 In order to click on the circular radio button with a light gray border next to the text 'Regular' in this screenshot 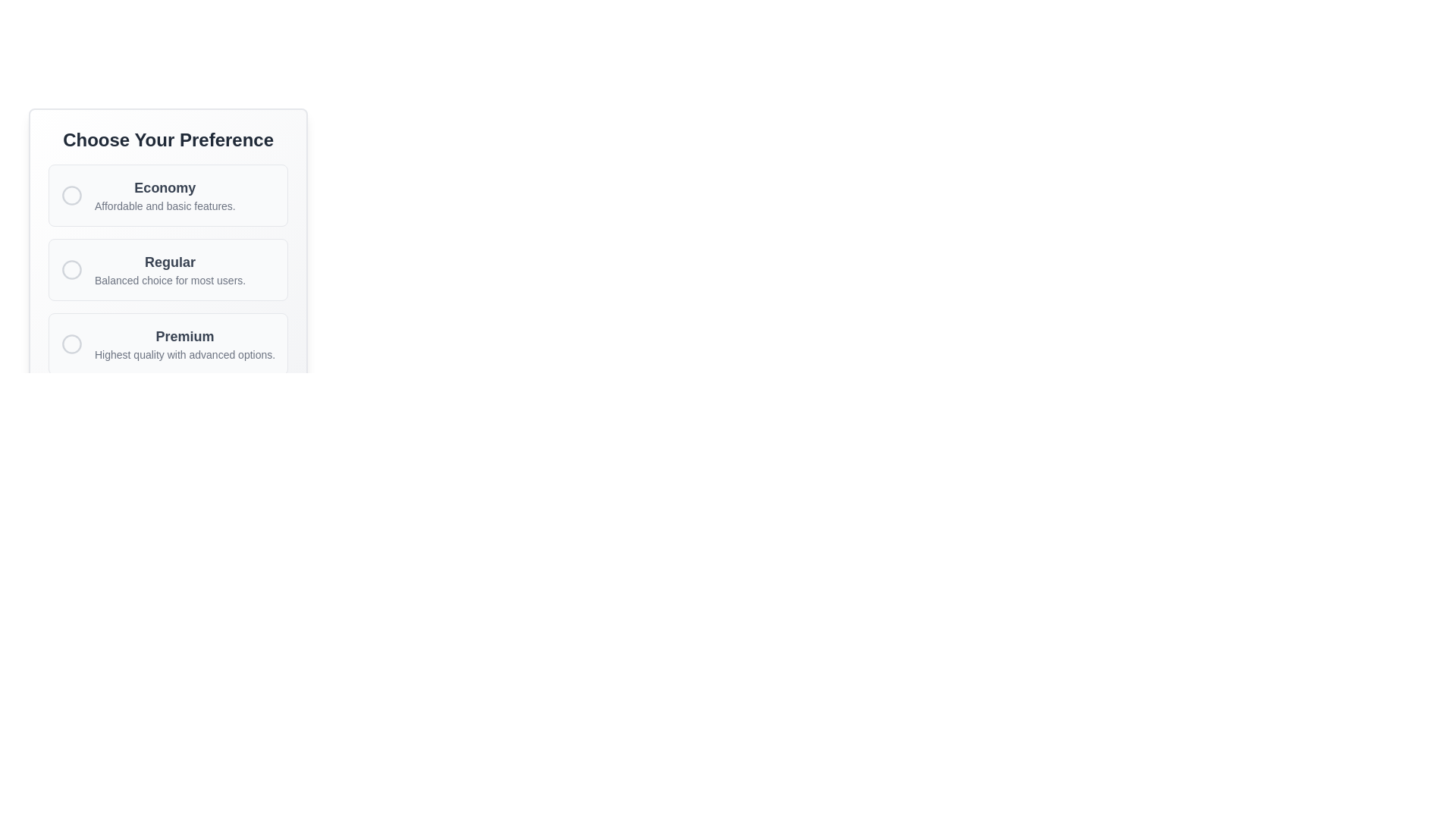, I will do `click(71, 268)`.